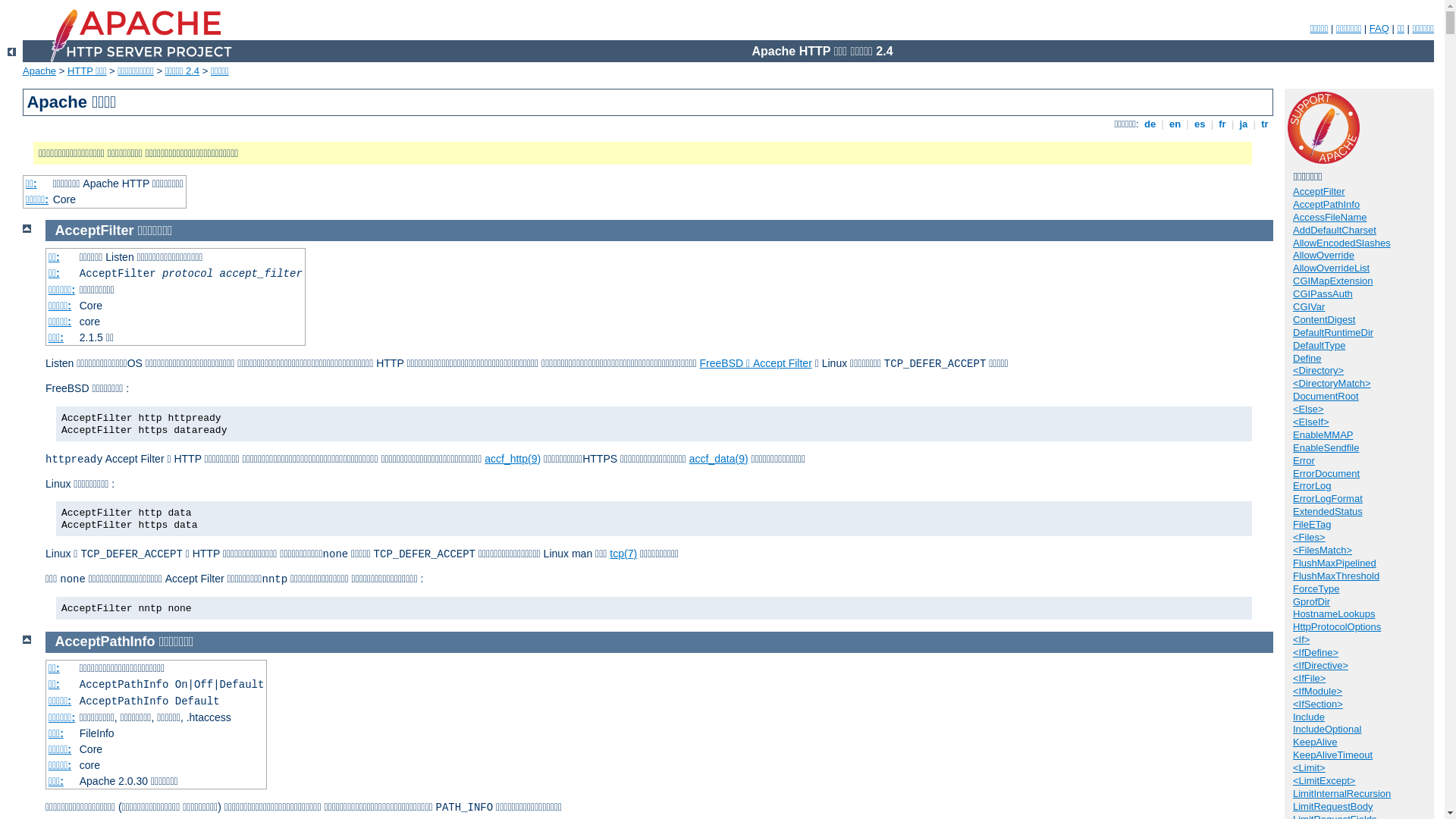 This screenshot has height=819, width=1456. What do you see at coordinates (1259, 123) in the screenshot?
I see `' tr '` at bounding box center [1259, 123].